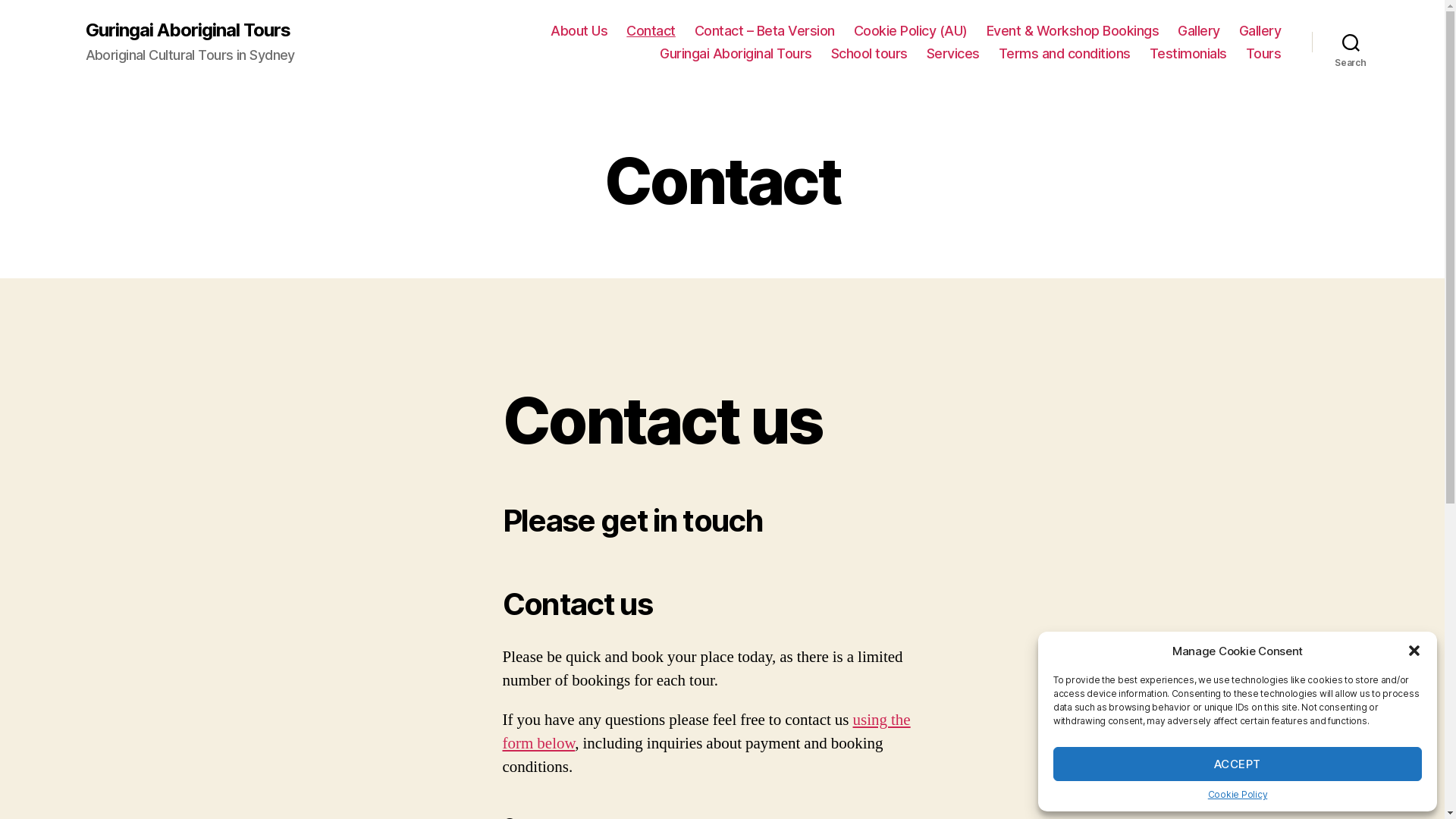  Describe the element at coordinates (1260, 31) in the screenshot. I see `'Gallery'` at that location.